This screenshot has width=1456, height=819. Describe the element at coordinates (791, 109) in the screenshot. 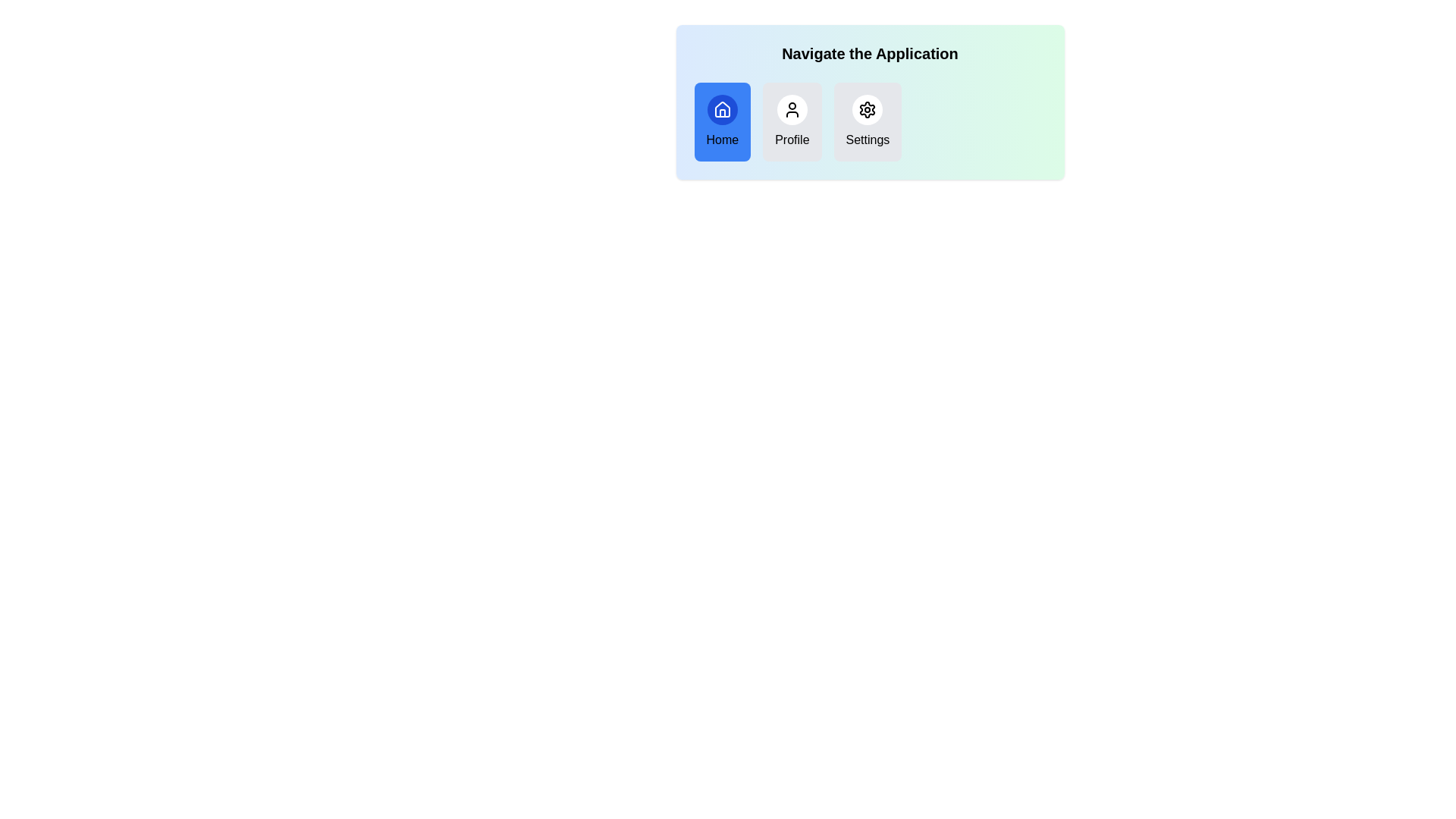

I see `the icon for Profile` at that location.